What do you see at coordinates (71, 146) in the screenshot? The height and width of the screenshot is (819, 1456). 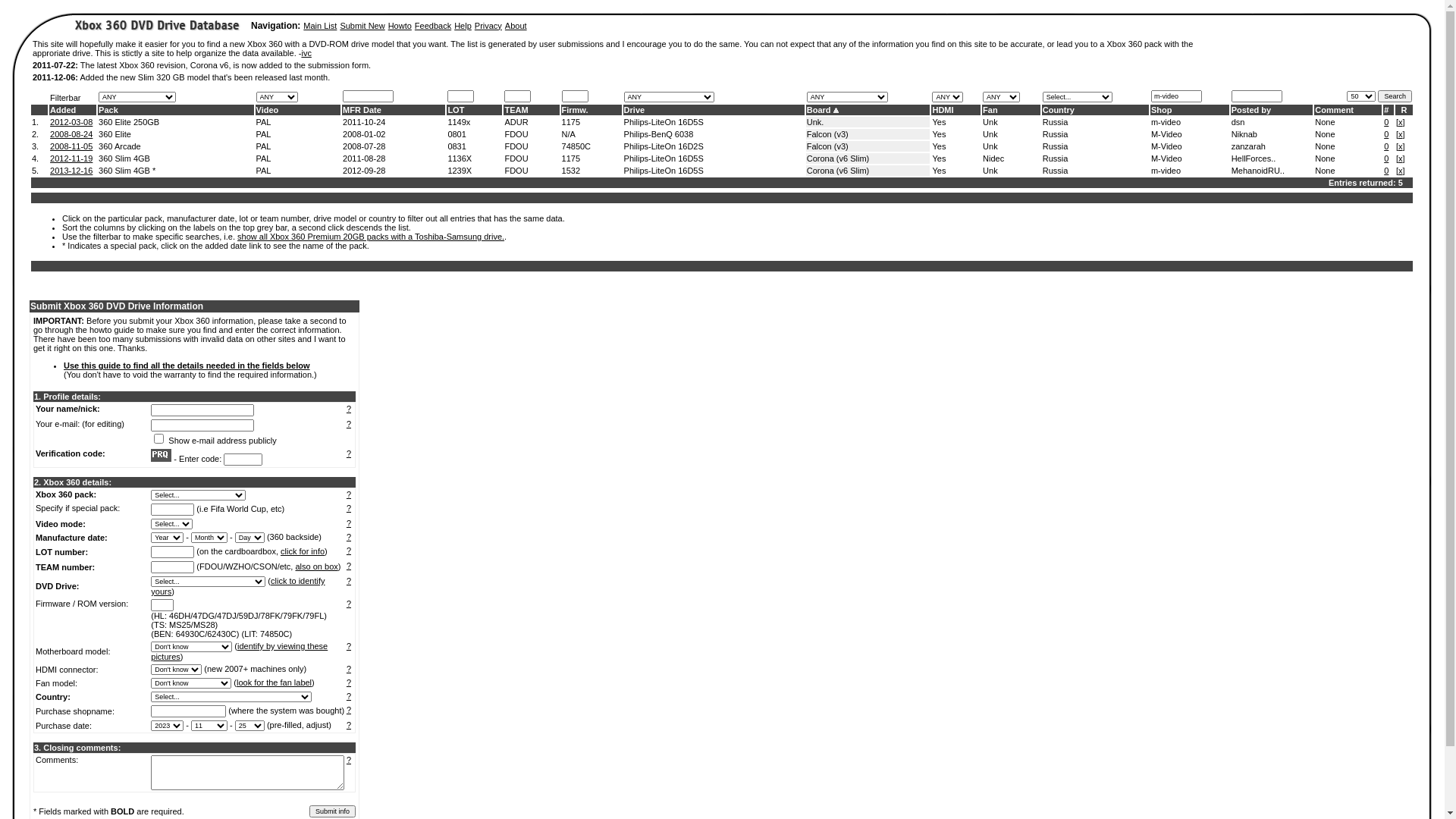 I see `'2008-11-05'` at bounding box center [71, 146].